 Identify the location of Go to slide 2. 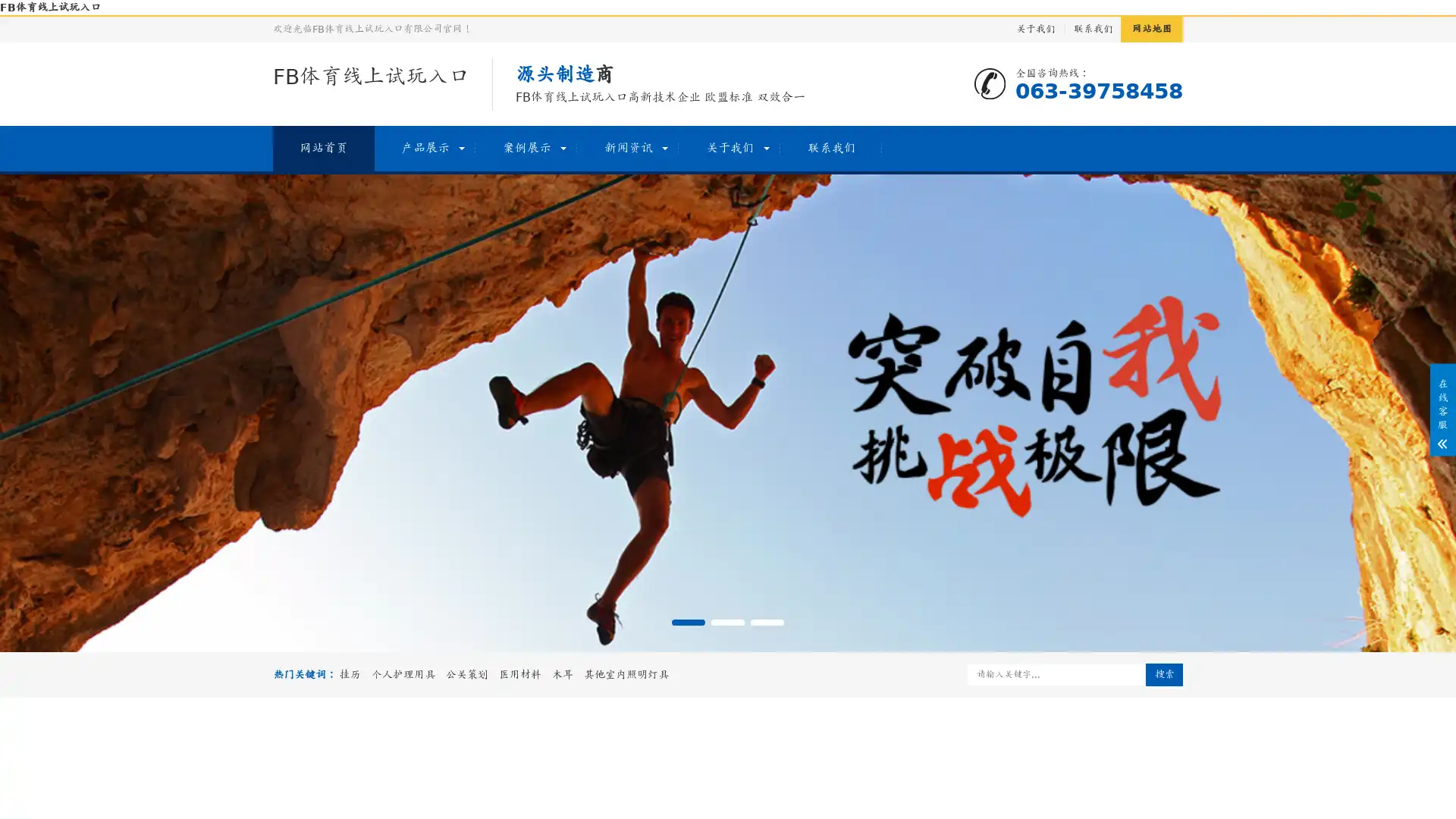
(728, 623).